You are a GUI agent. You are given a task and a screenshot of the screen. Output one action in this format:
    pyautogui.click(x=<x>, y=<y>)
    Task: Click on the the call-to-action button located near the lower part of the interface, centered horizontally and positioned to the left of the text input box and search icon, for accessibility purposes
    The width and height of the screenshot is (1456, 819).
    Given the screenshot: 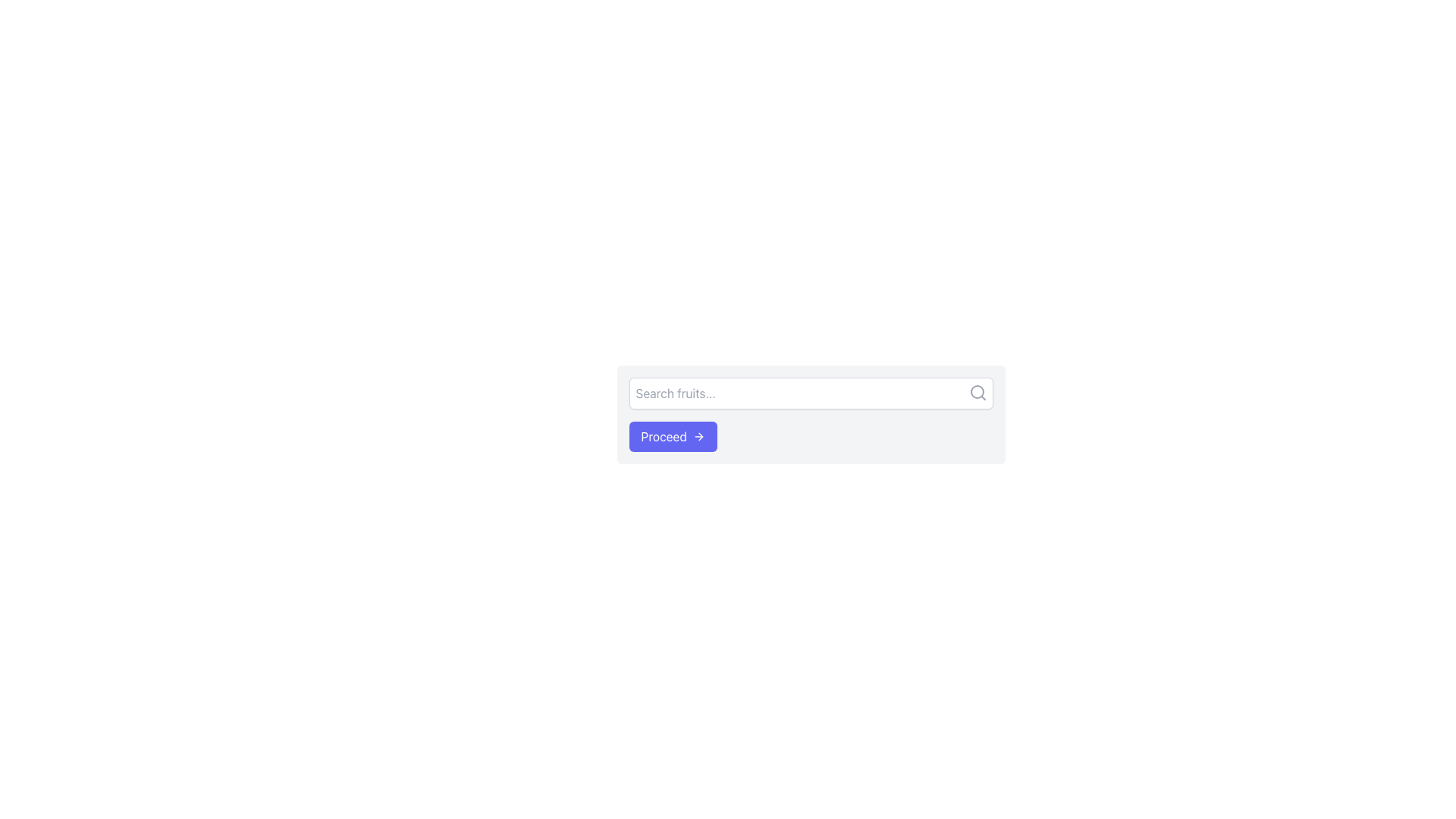 What is the action you would take?
    pyautogui.click(x=672, y=436)
    